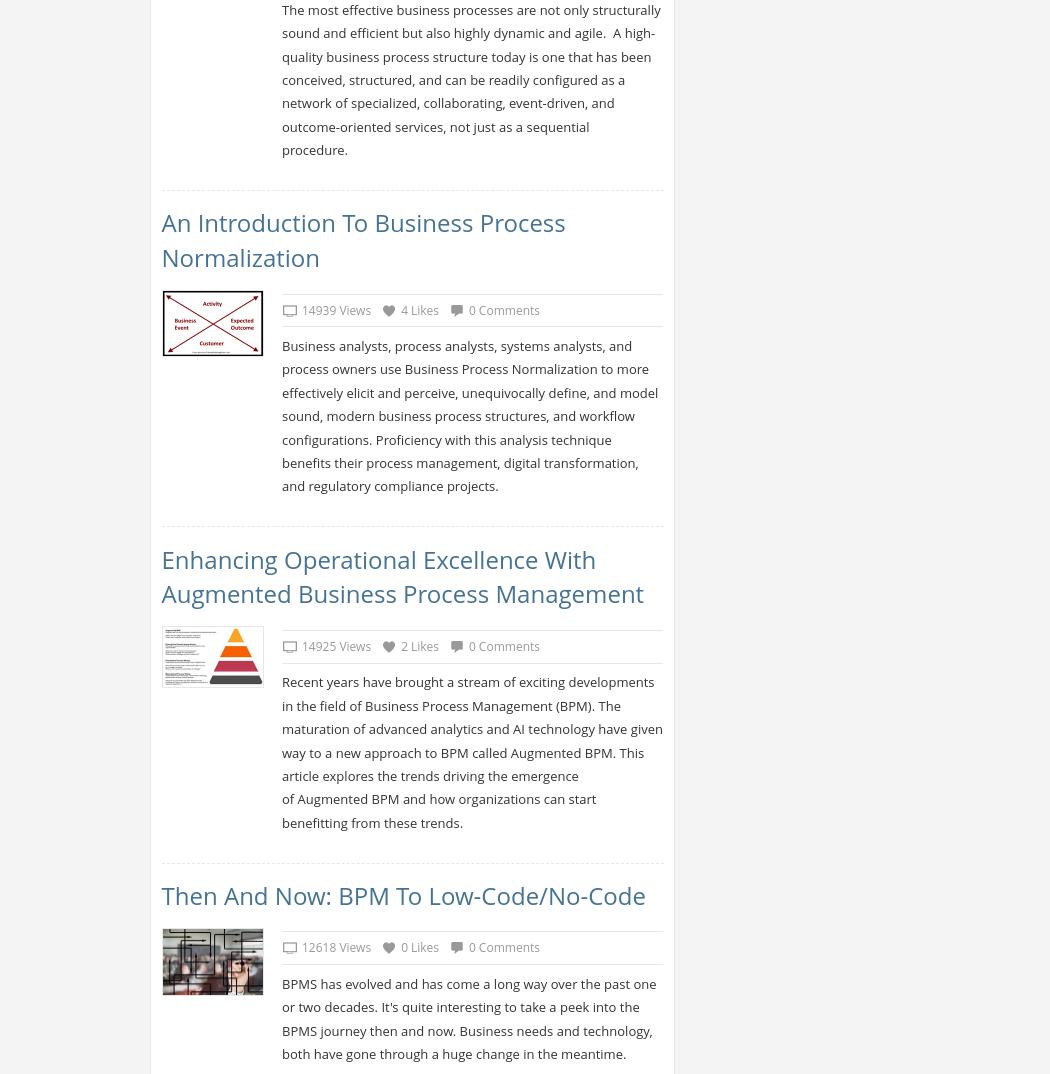  I want to click on 'An Introduction to Business Process Normalization', so click(361, 239).